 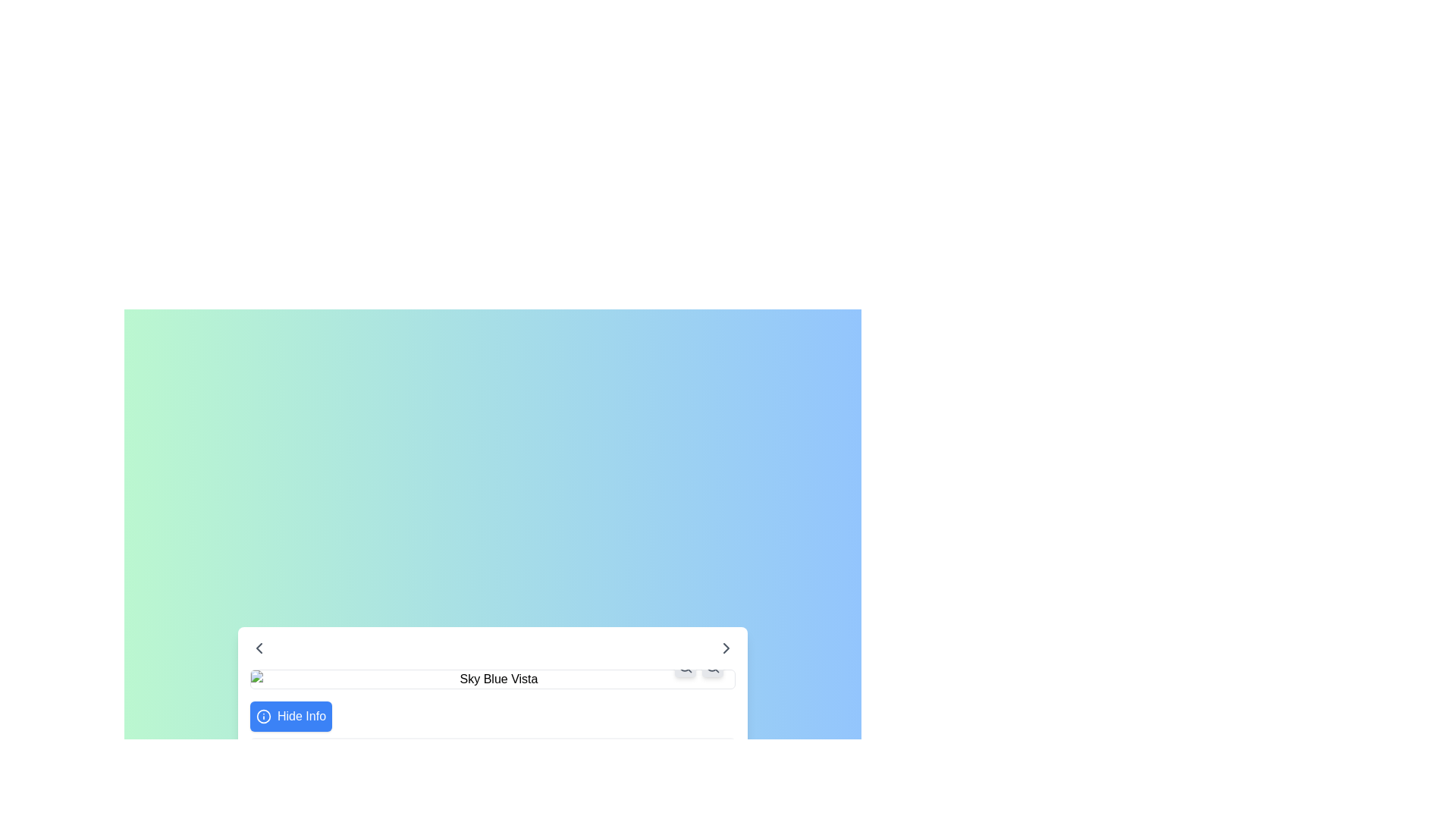 What do you see at coordinates (263, 717) in the screenshot?
I see `the help icon located on the far left side of the 'Hide Info' button in the bottom-left corner of the main interface` at bounding box center [263, 717].